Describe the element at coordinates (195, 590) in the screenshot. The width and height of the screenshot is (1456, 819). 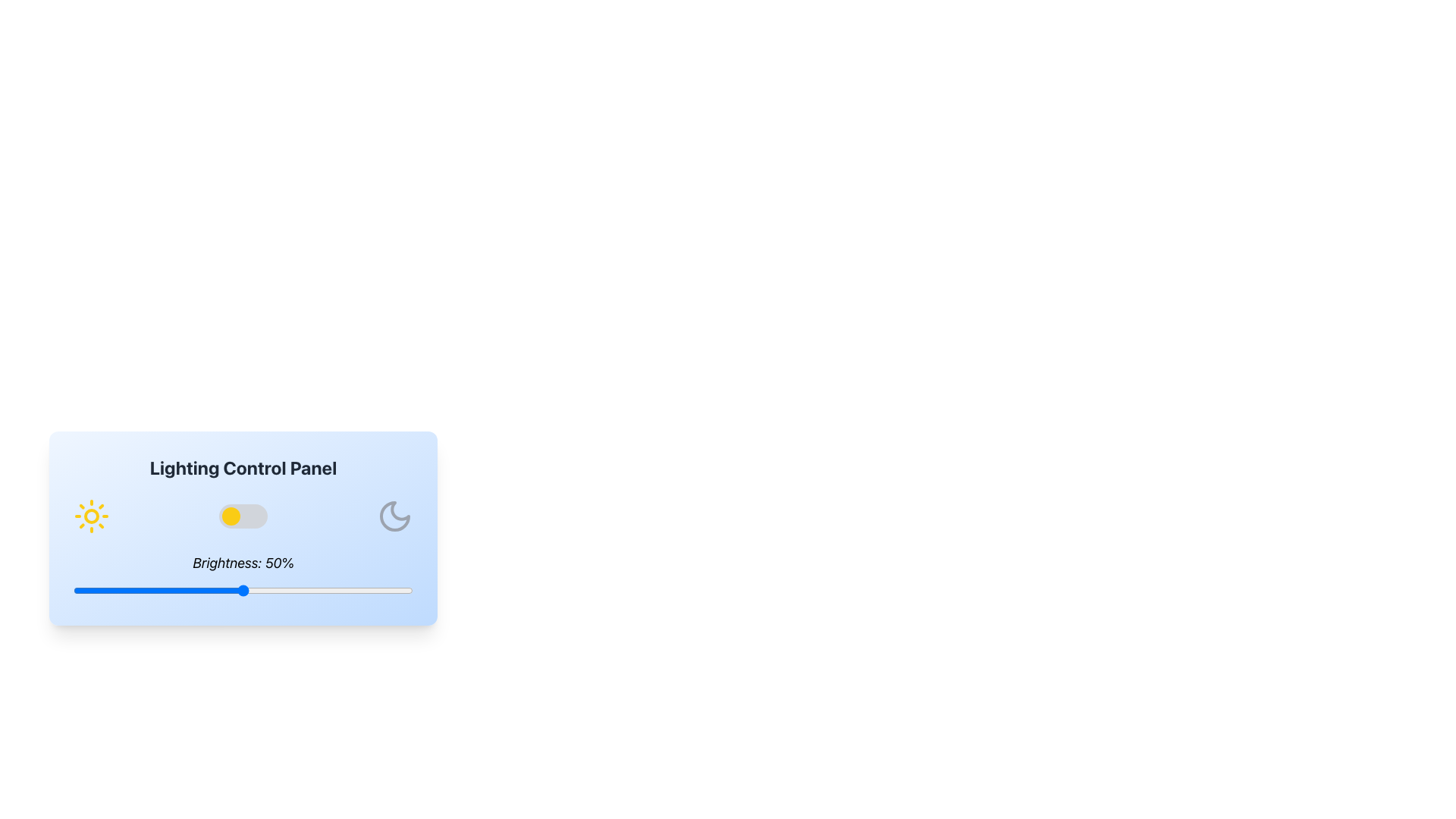
I see `the brightness level` at that location.